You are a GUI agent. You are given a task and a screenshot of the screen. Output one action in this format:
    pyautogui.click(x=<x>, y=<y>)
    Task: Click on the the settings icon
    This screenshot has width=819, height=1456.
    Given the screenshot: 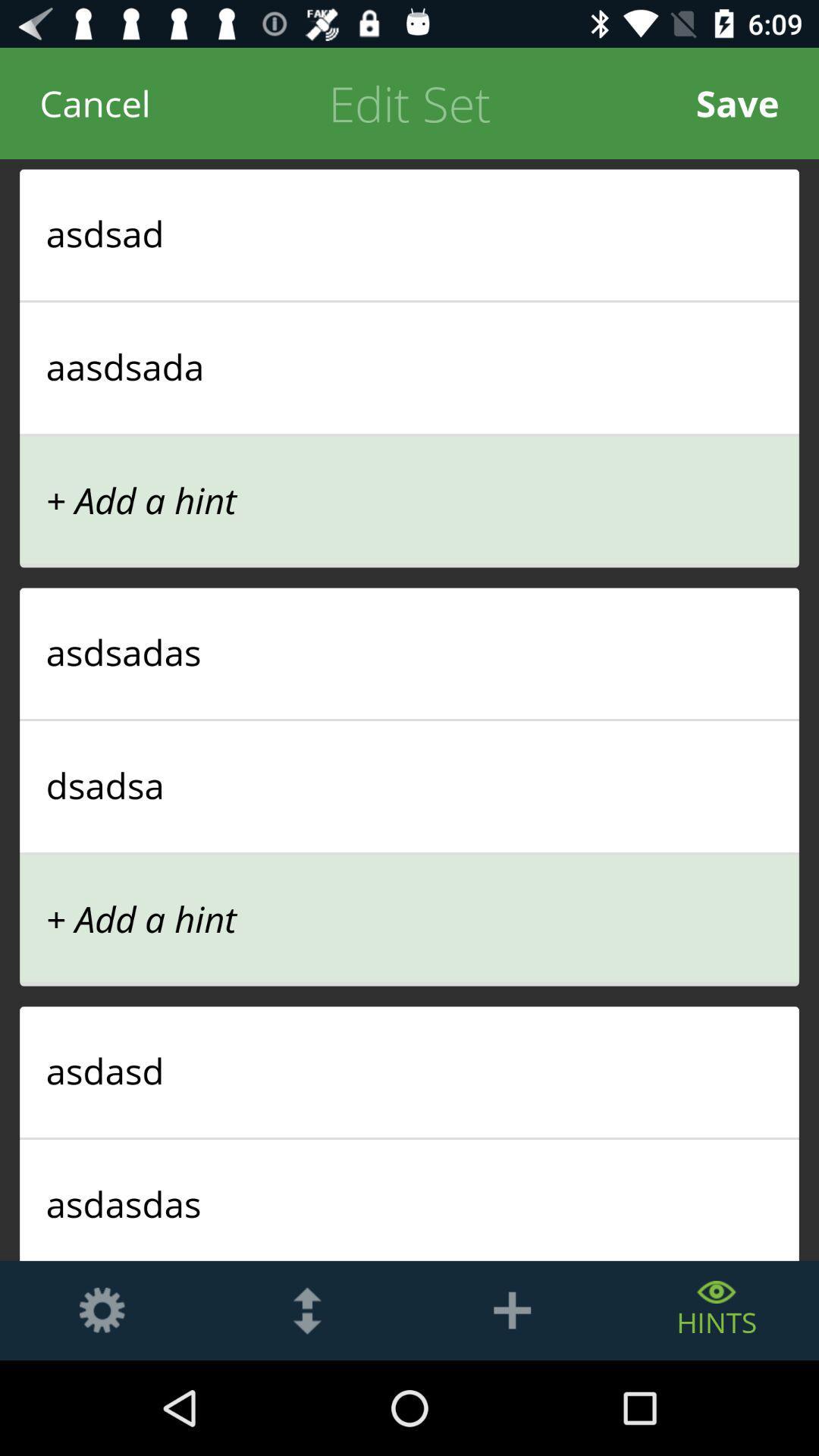 What is the action you would take?
    pyautogui.click(x=102, y=1310)
    